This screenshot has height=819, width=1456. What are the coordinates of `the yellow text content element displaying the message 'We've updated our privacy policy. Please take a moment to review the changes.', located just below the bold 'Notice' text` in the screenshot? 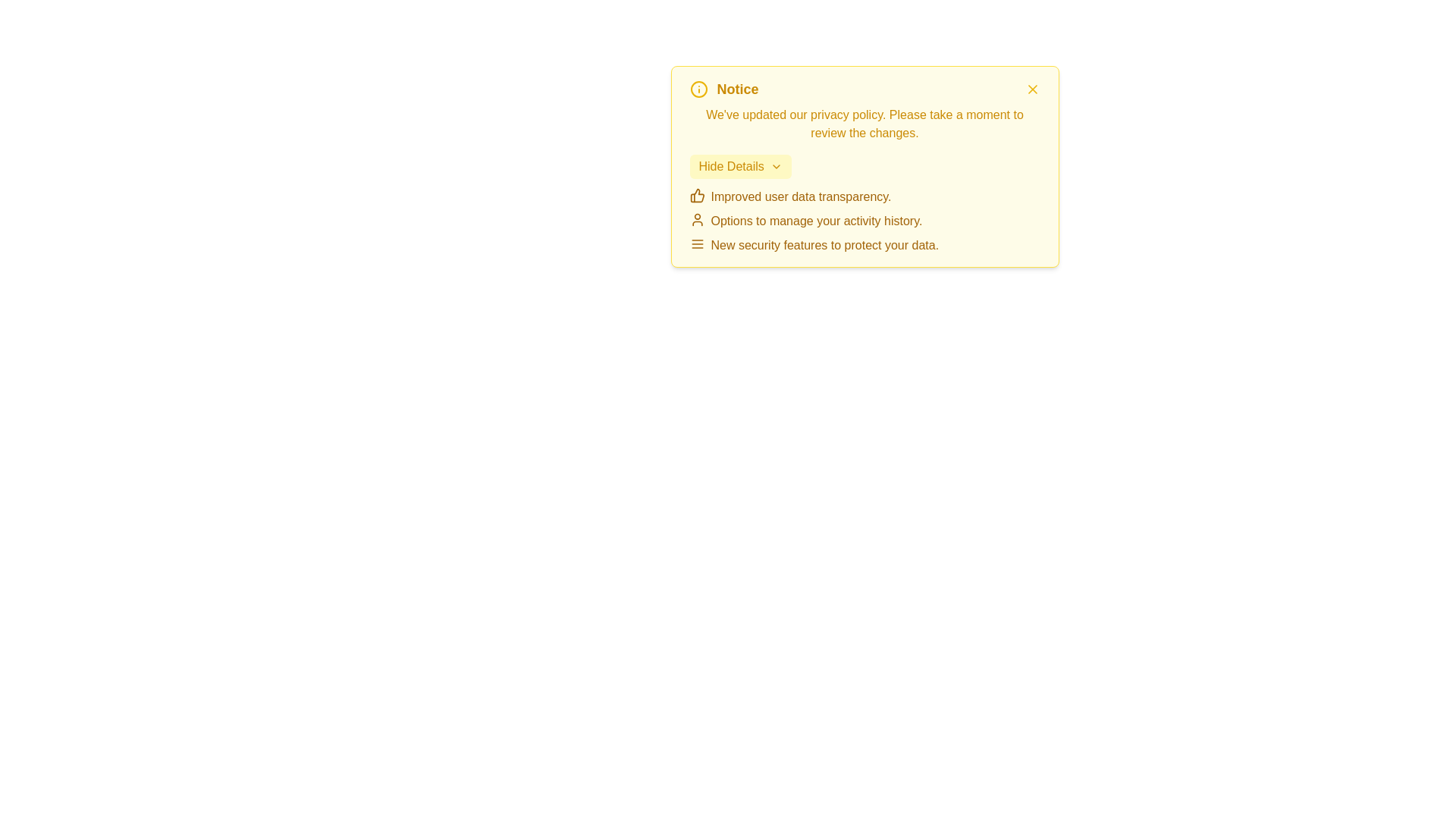 It's located at (864, 124).